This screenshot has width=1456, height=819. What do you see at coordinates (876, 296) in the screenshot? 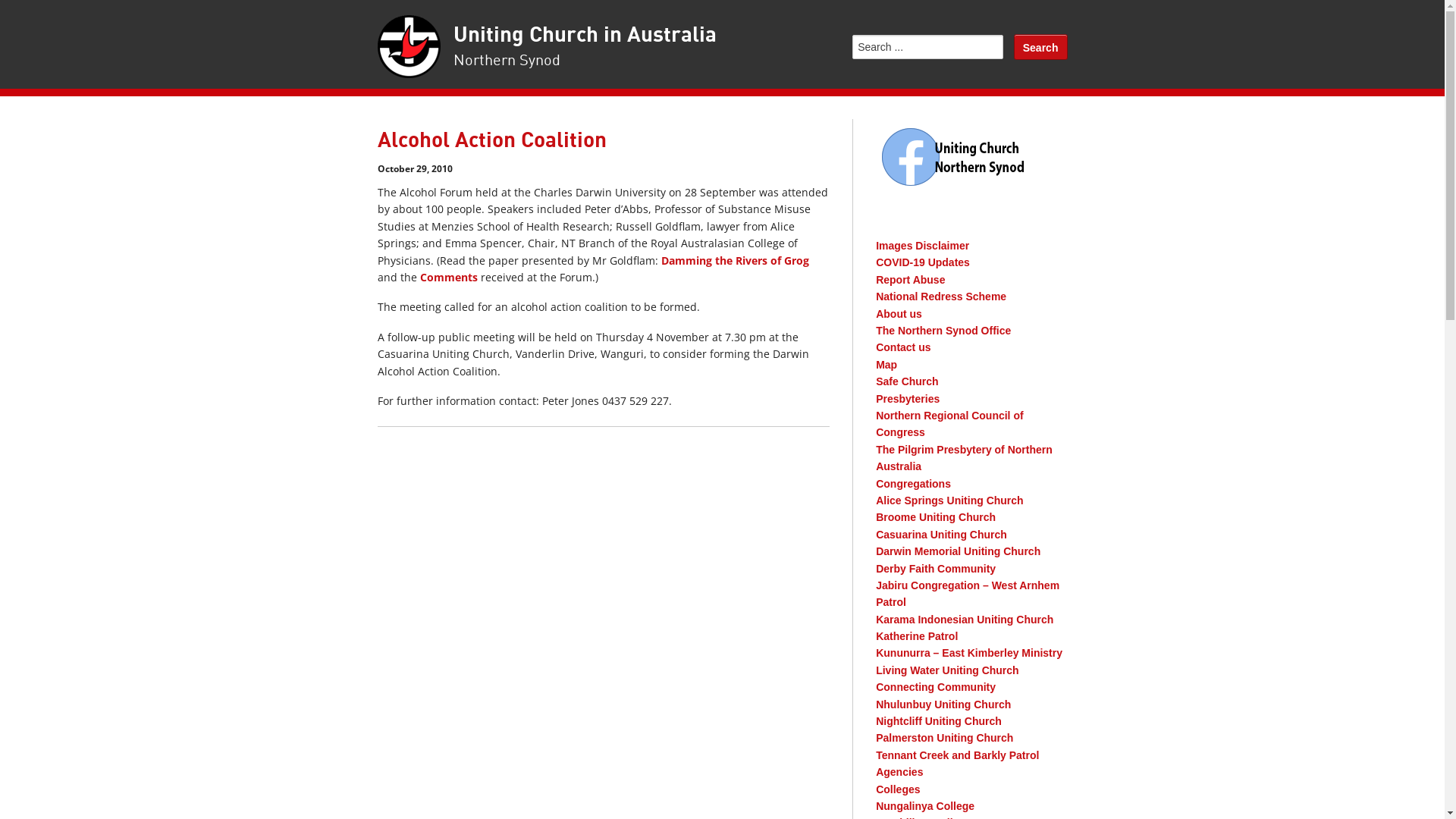
I see `'National Redress Scheme'` at bounding box center [876, 296].